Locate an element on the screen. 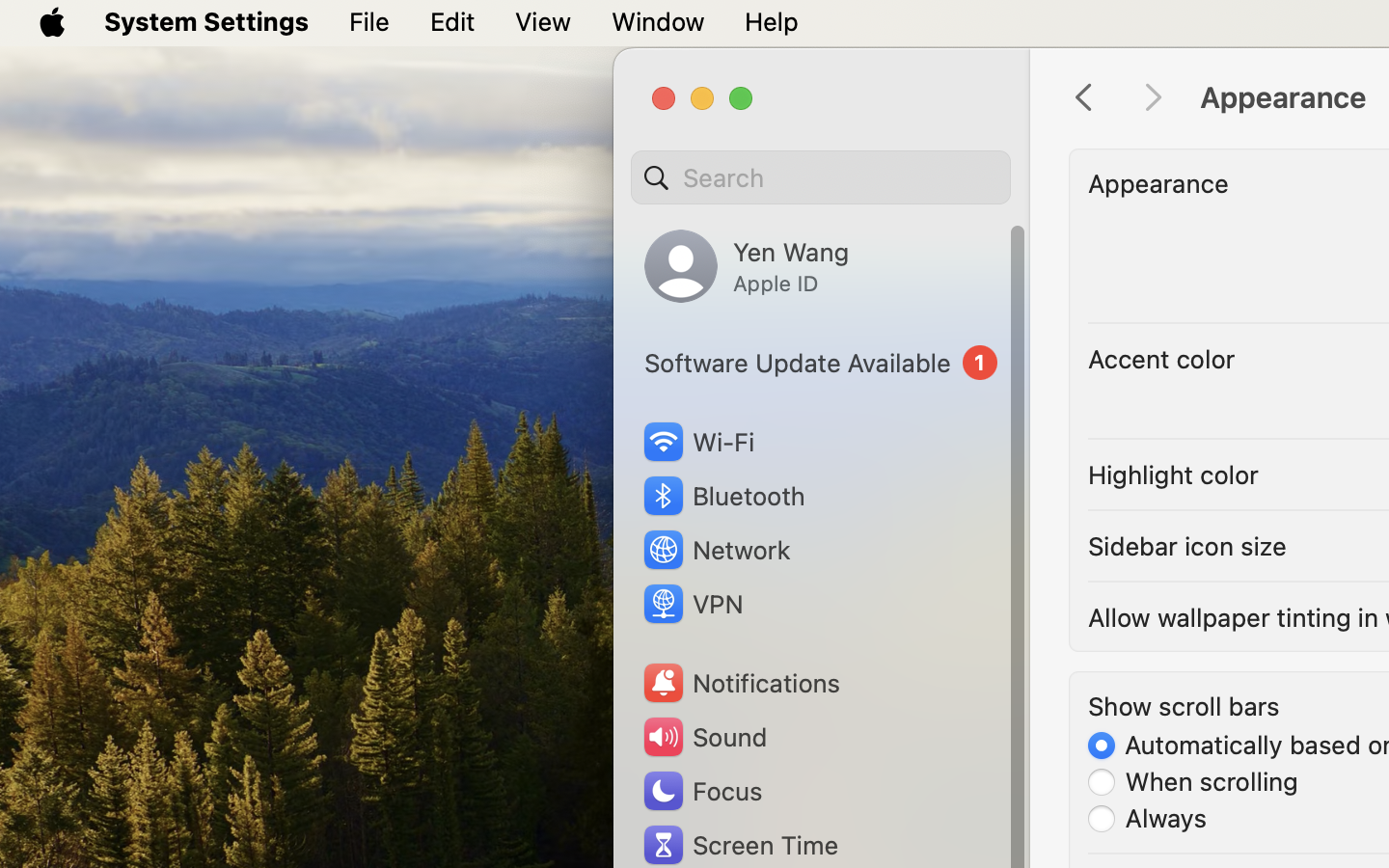 This screenshot has height=868, width=1389. 'Sidebar icon size' is located at coordinates (1186, 546).